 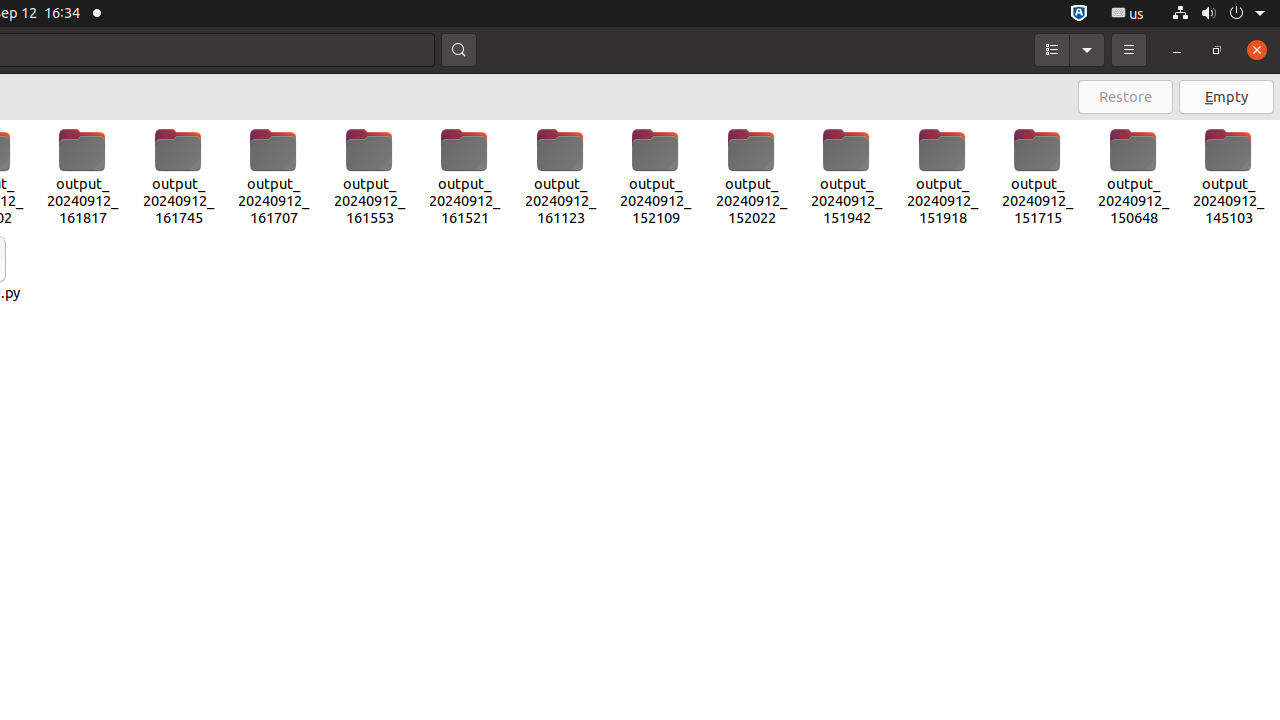 What do you see at coordinates (1133, 176) in the screenshot?
I see `'output_20240912_150648'` at bounding box center [1133, 176].